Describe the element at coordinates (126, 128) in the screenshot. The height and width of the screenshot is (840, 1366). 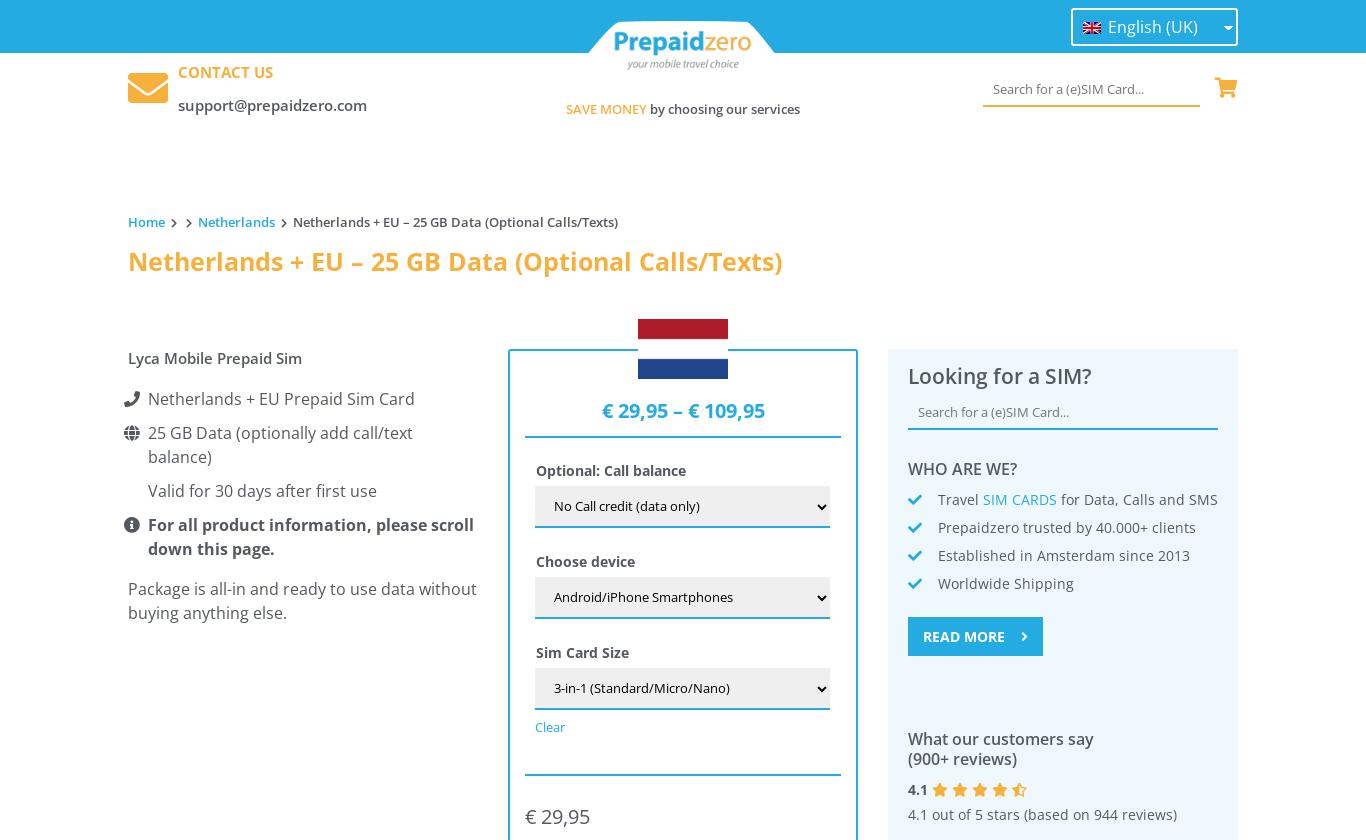
I see `'– After first use the data bundle is valid for 30 days.'` at that location.